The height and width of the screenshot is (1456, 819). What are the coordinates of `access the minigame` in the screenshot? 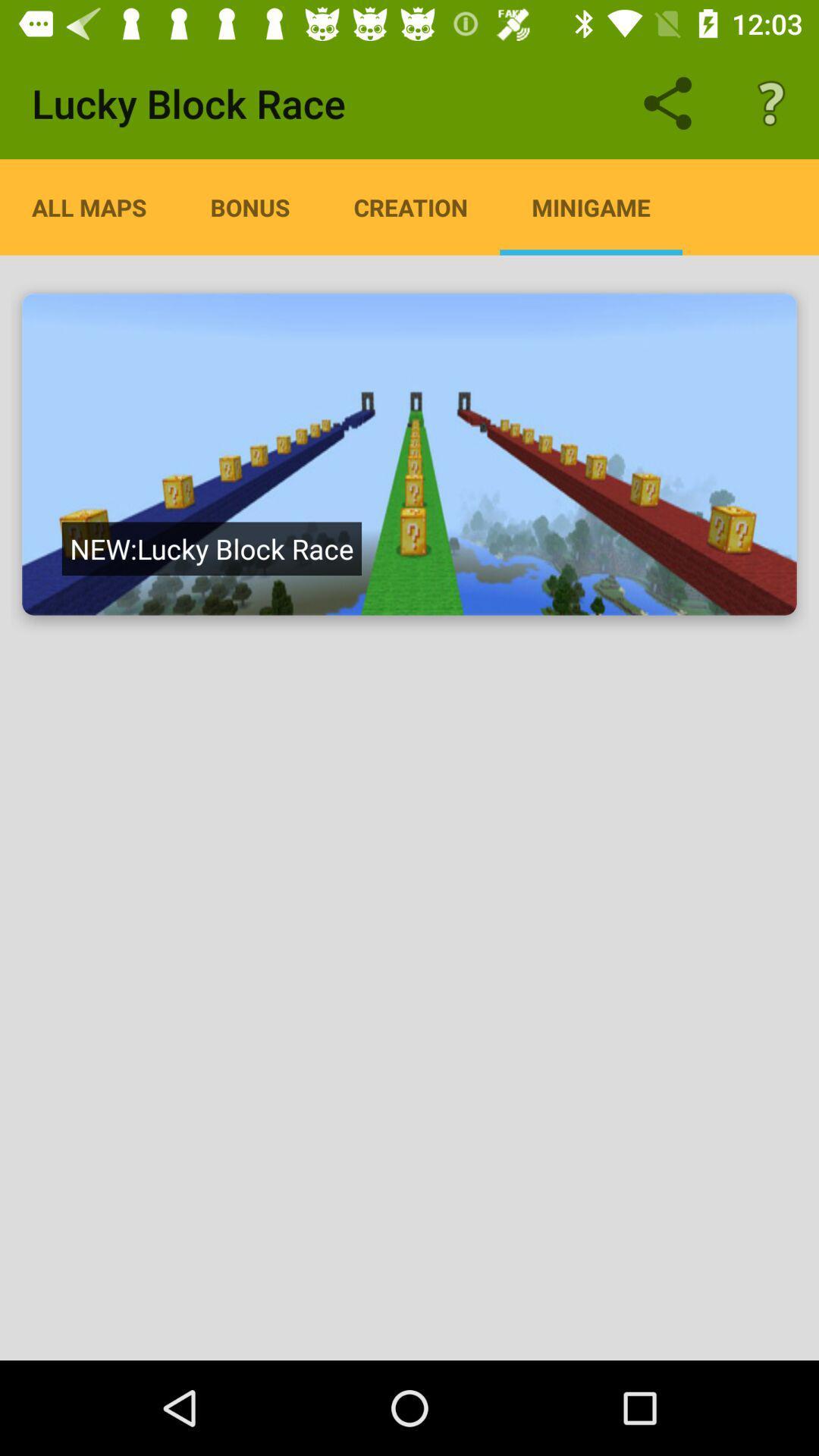 It's located at (409, 453).